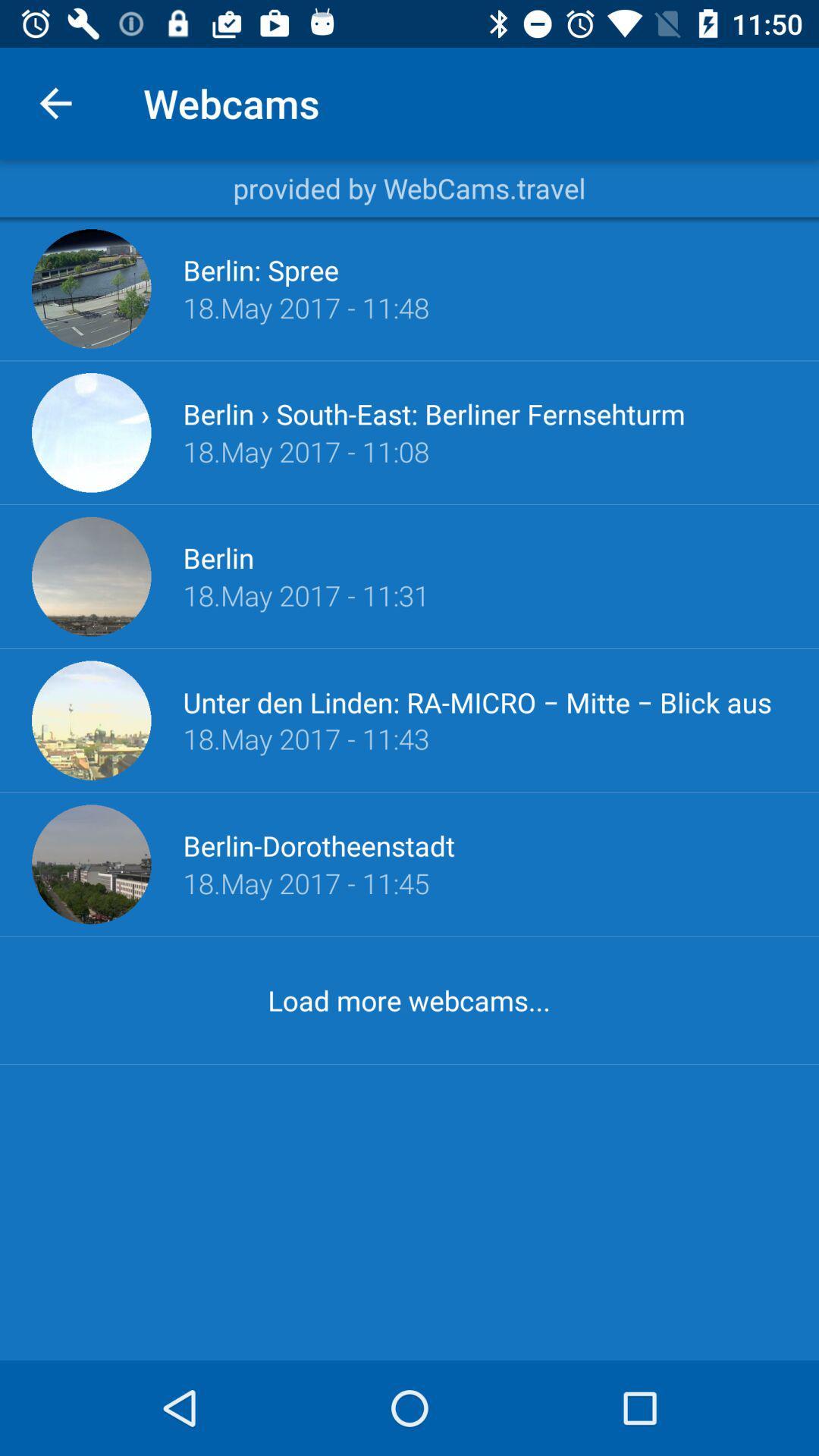  I want to click on berlin south east, so click(434, 414).